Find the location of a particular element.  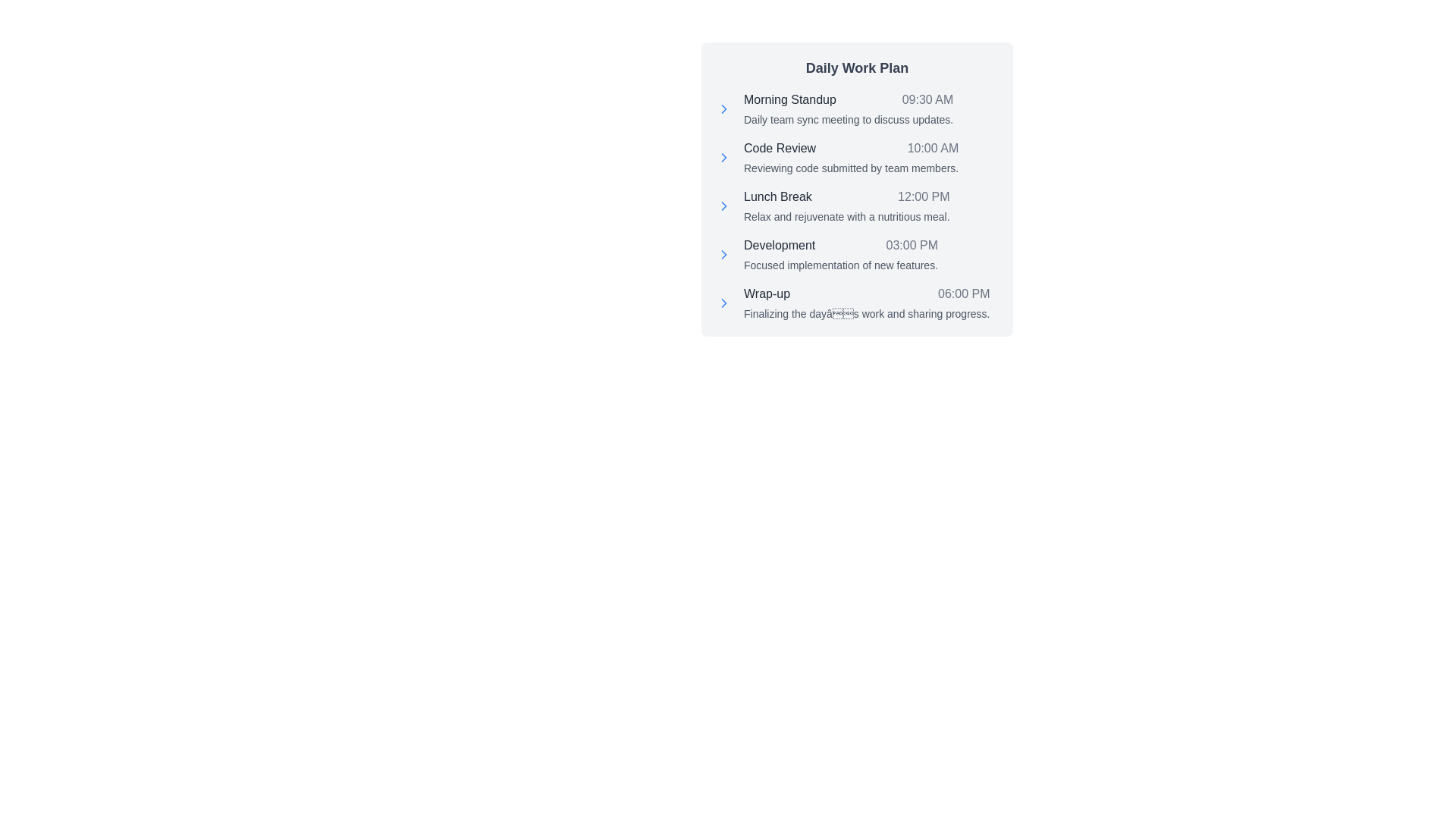

the time display for the 'Development' activity in the 'Daily Work Plan', which provides information about the scheduled time is located at coordinates (911, 245).